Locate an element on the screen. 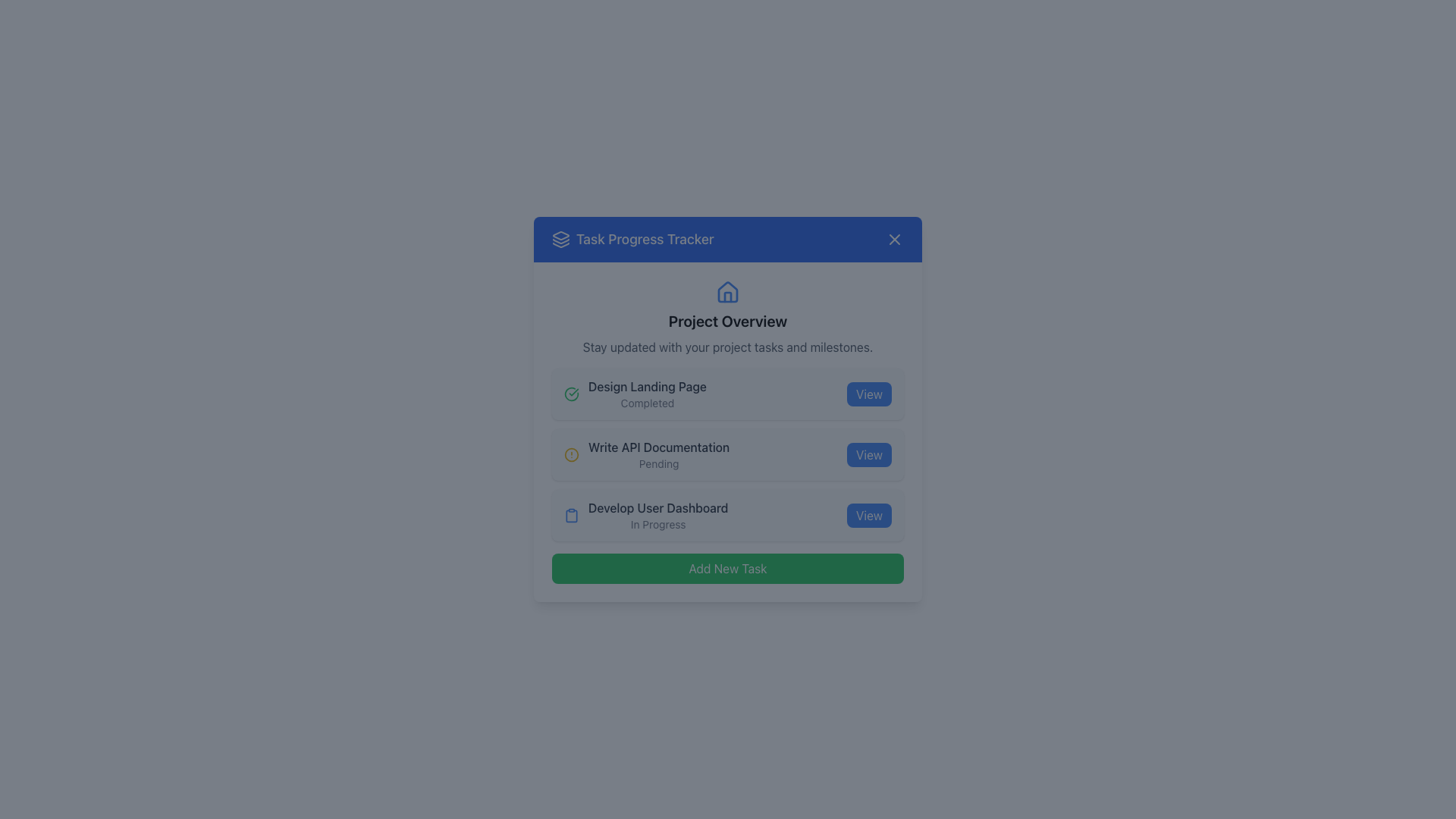  the Decorative SVG subcomponent located within the house icon above the 'Project Overview' header is located at coordinates (728, 297).